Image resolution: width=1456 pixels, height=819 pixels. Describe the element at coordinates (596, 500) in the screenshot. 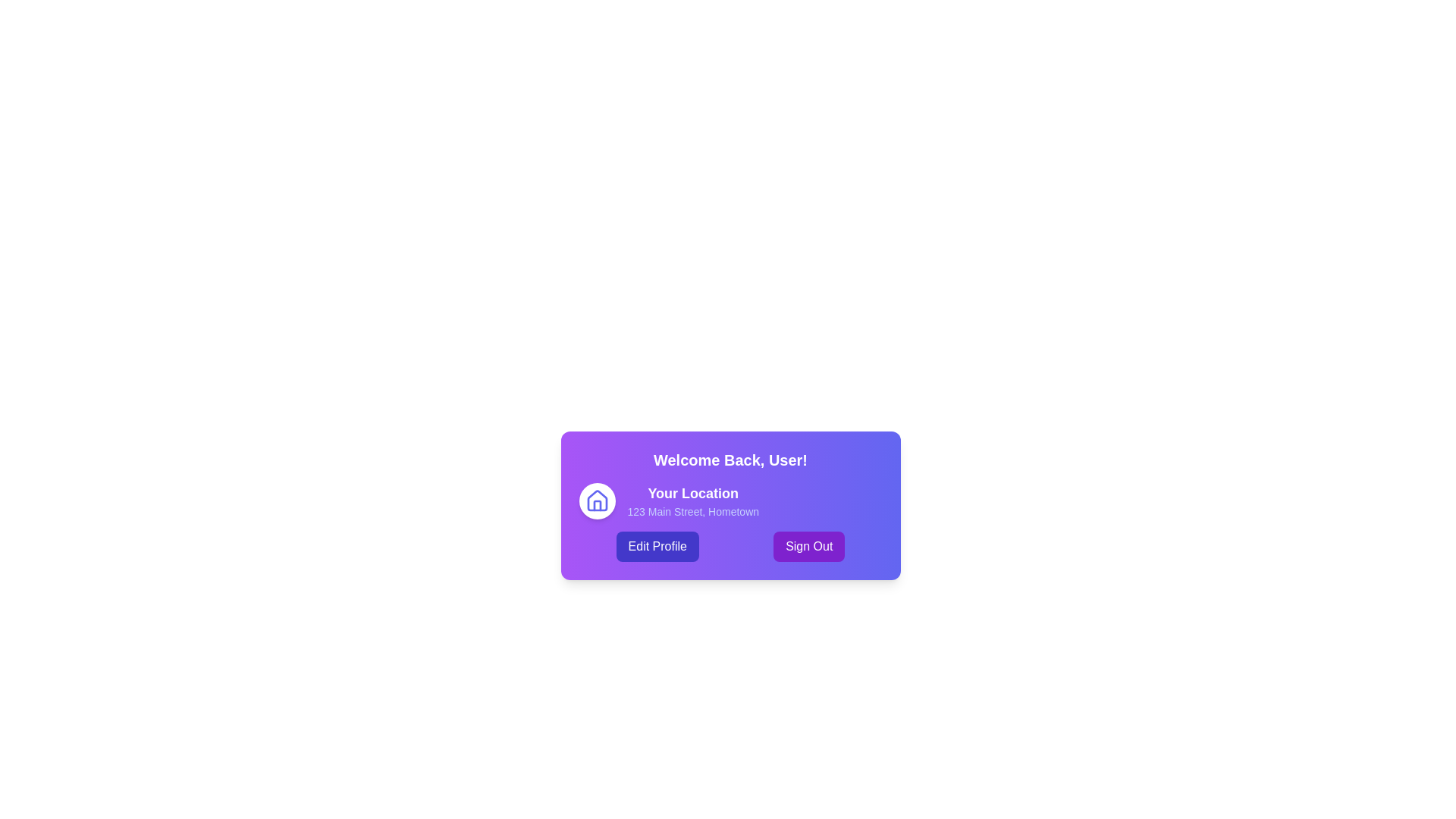

I see `the house icon with a gradient purple and blue color scheme located within the white circular area on the left side of the user information card` at that location.